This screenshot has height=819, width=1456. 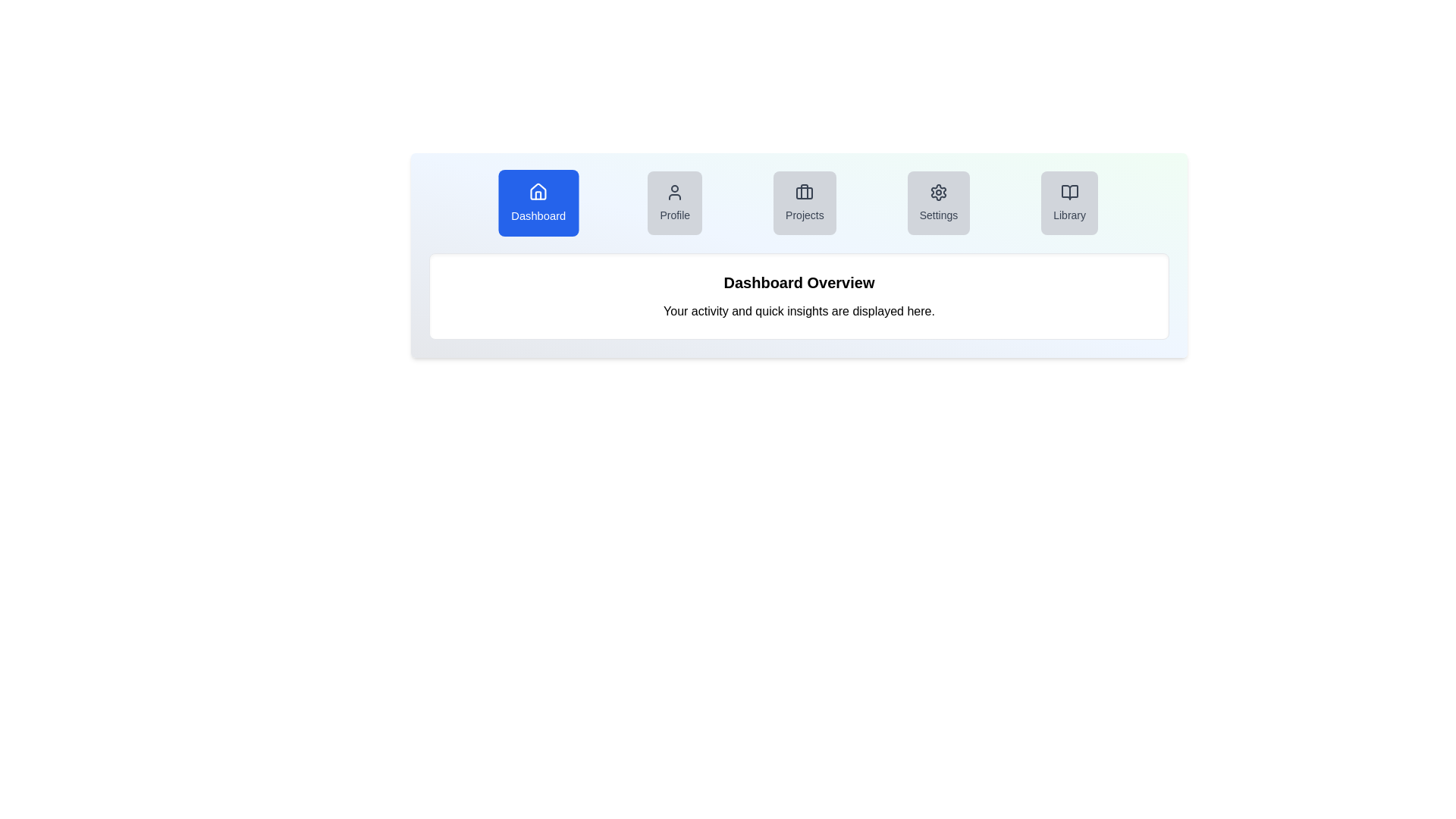 What do you see at coordinates (938, 215) in the screenshot?
I see `keyboard navigation` at bounding box center [938, 215].